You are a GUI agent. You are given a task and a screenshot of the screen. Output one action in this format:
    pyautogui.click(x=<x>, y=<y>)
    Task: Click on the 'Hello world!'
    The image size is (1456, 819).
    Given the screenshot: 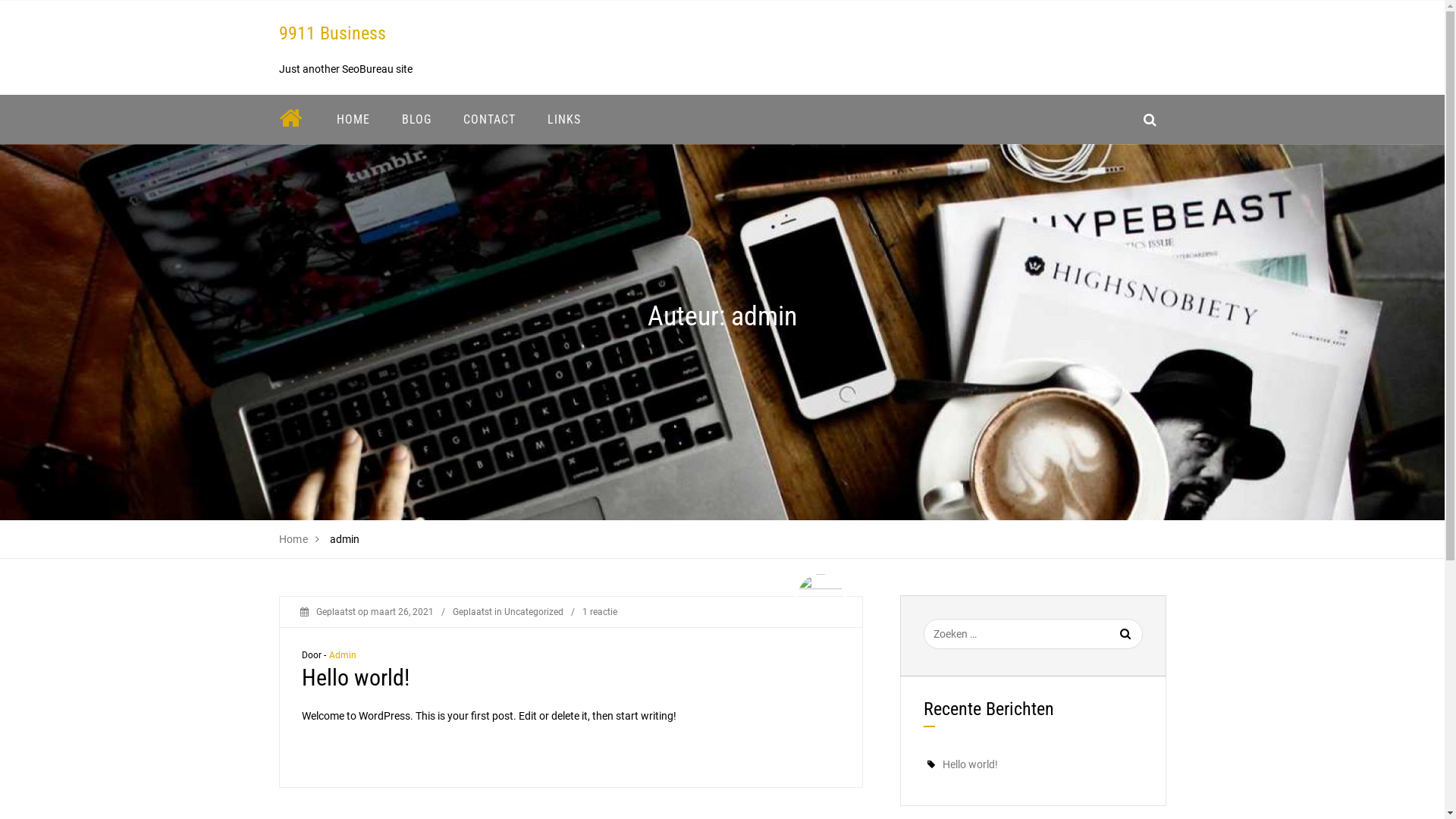 What is the action you would take?
    pyautogui.click(x=968, y=764)
    